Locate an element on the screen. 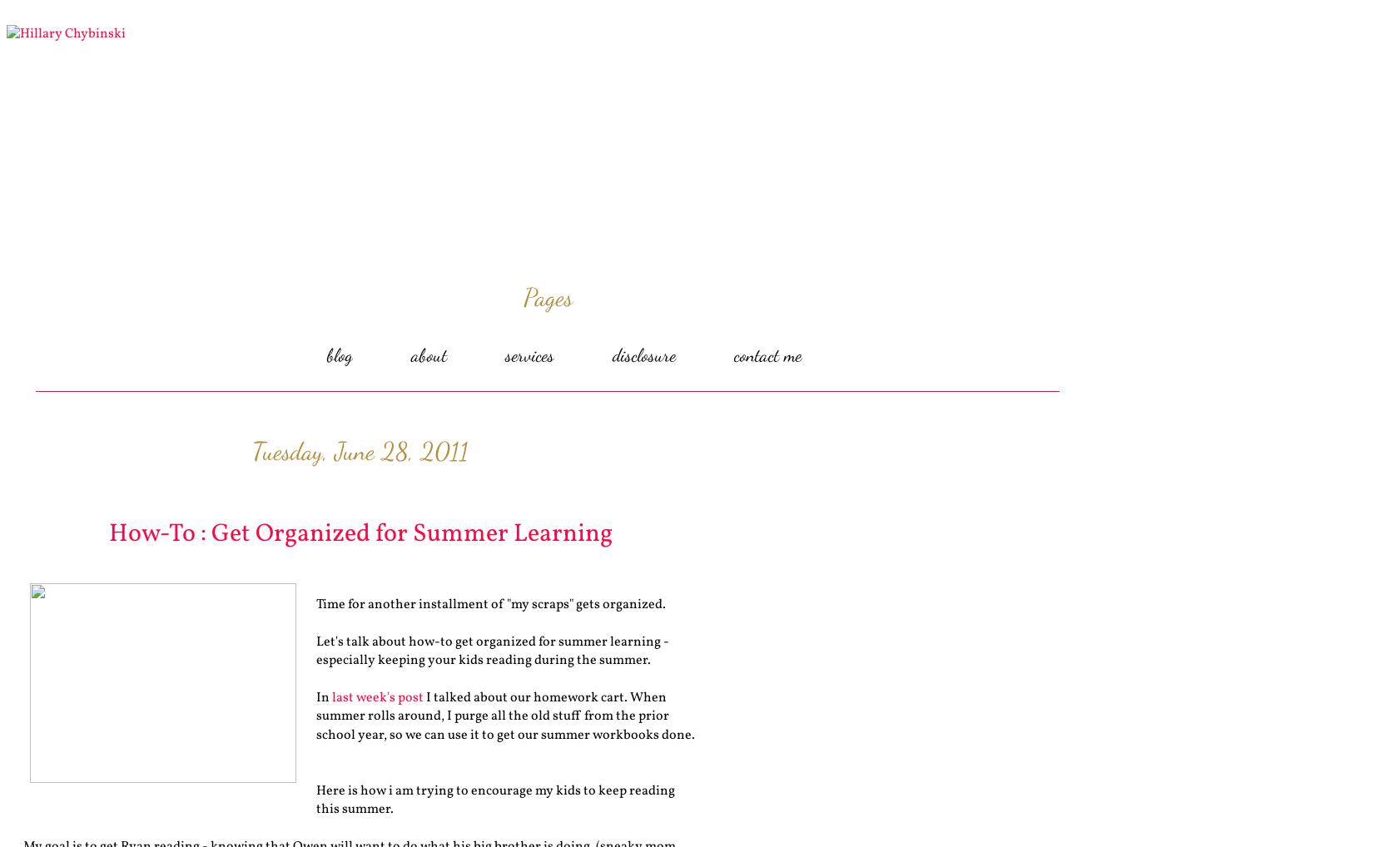  'How-To : Get Organized for Summer Learning' is located at coordinates (360, 532).